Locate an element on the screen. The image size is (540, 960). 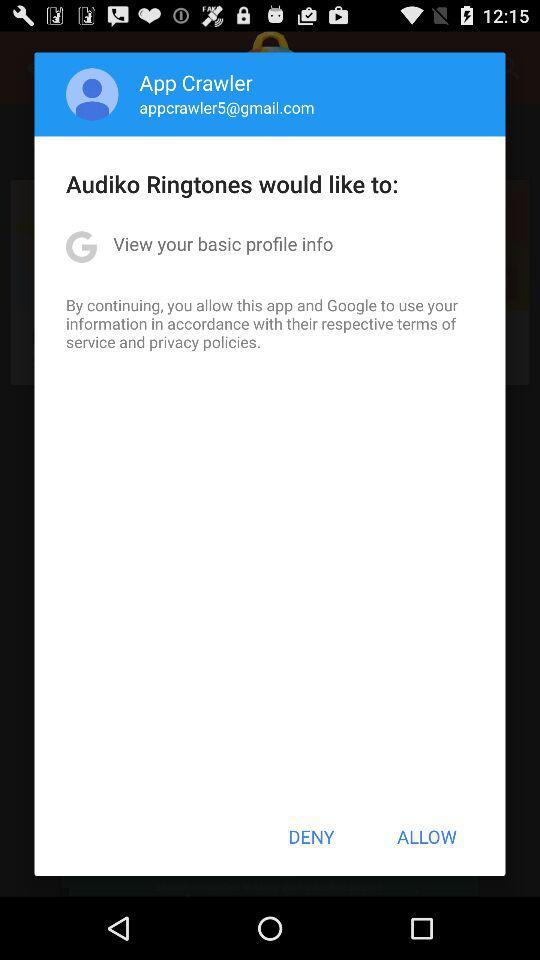
item to the left of the app crawler icon is located at coordinates (91, 94).